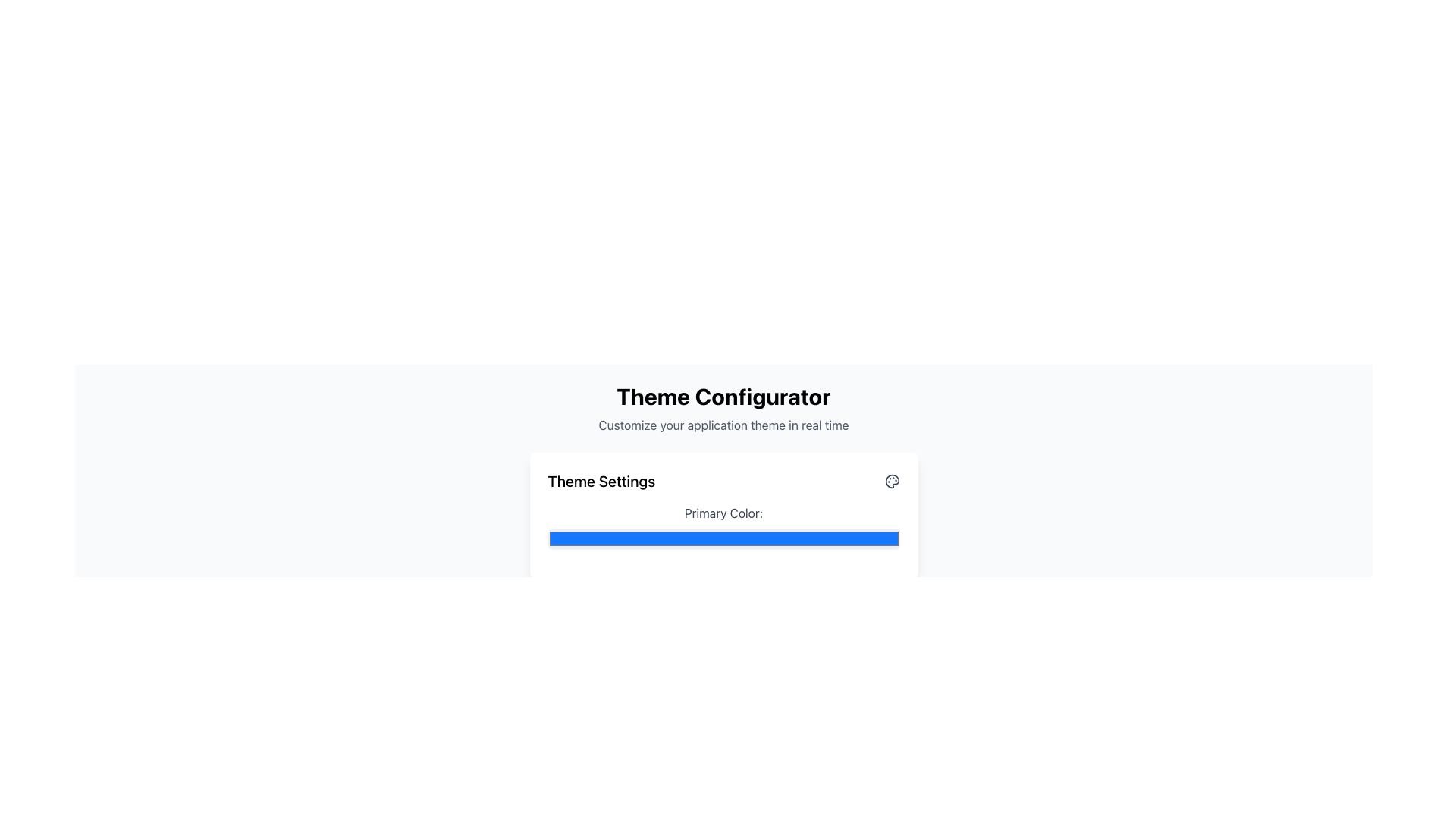  Describe the element at coordinates (892, 482) in the screenshot. I see `the painter's palette icon in the 'Theme Settings' section` at that location.